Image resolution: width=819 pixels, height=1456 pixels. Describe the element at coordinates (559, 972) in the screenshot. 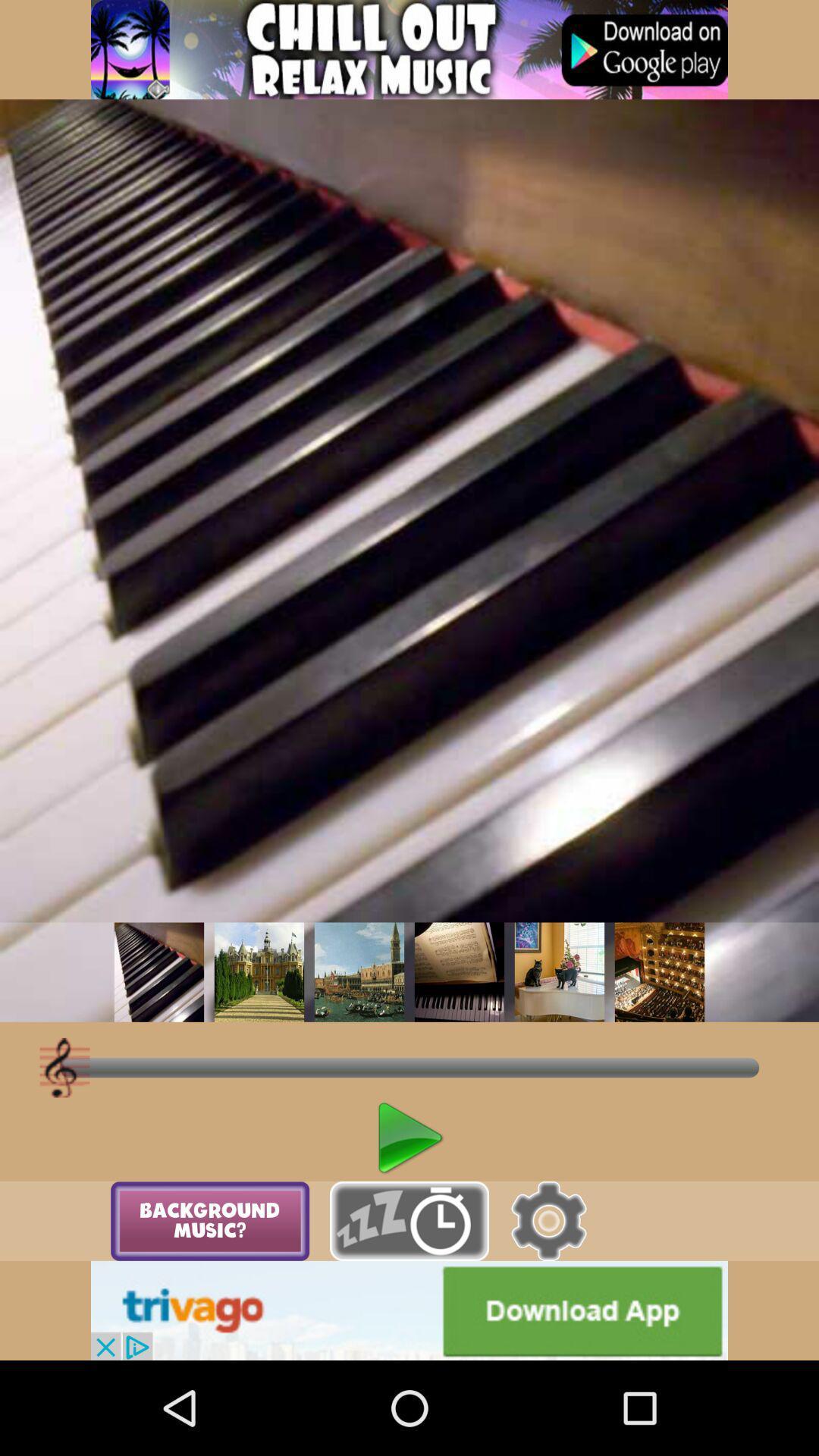

I see `change piano option` at that location.